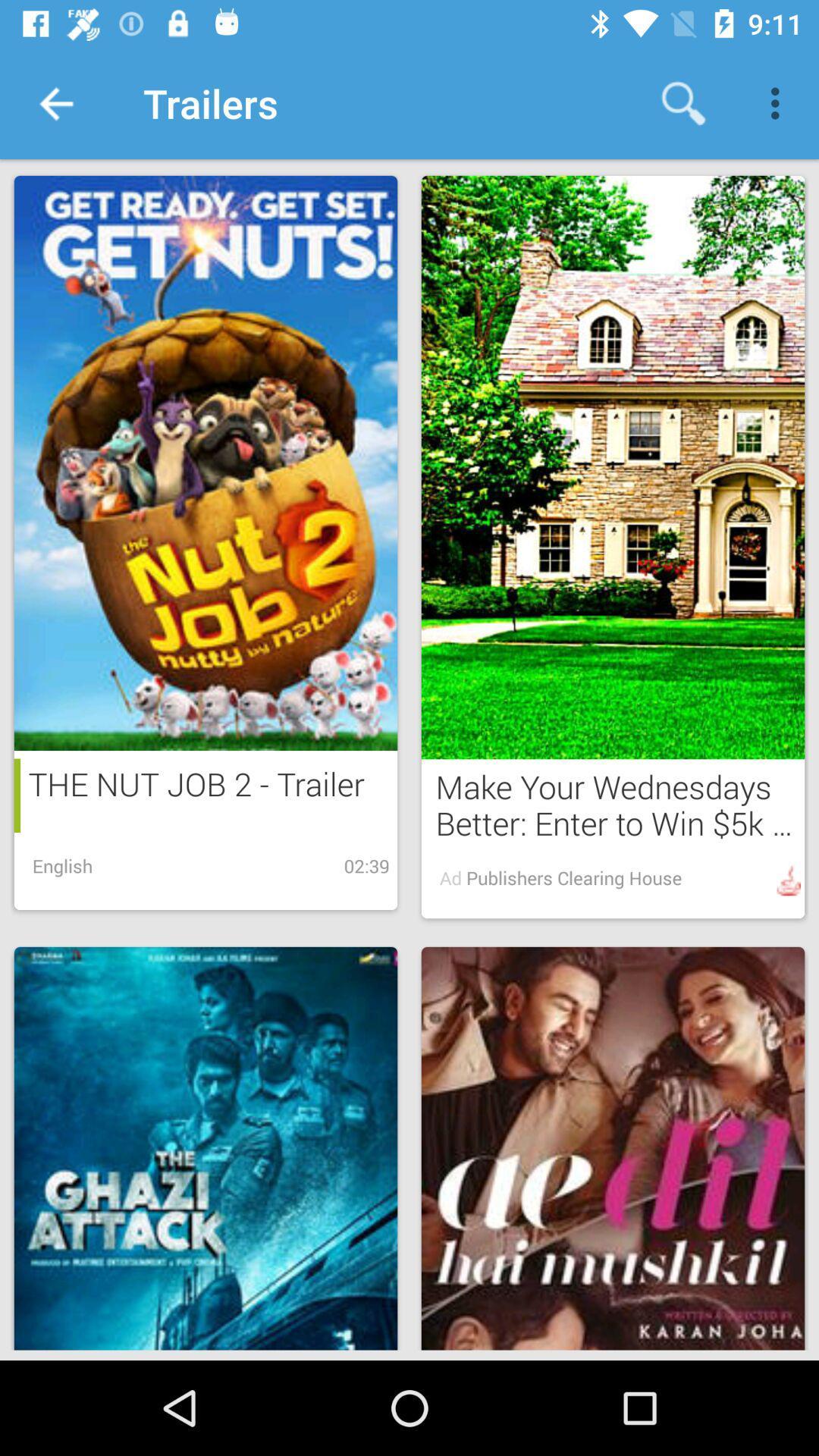  Describe the element at coordinates (55, 102) in the screenshot. I see `icon to the left of trailers  item` at that location.